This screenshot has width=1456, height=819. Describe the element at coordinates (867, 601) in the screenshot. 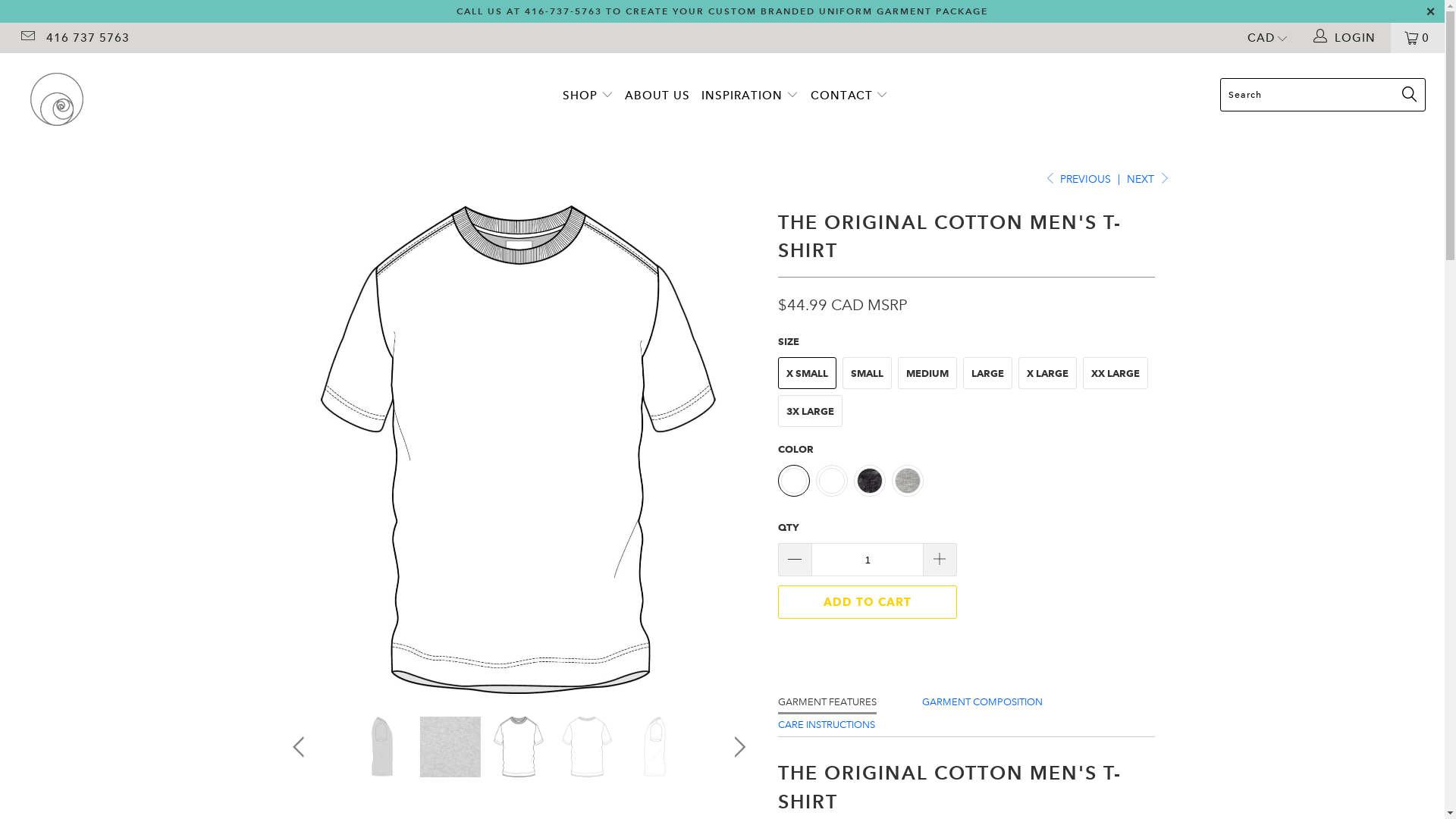

I see `'ADD TO CART'` at that location.